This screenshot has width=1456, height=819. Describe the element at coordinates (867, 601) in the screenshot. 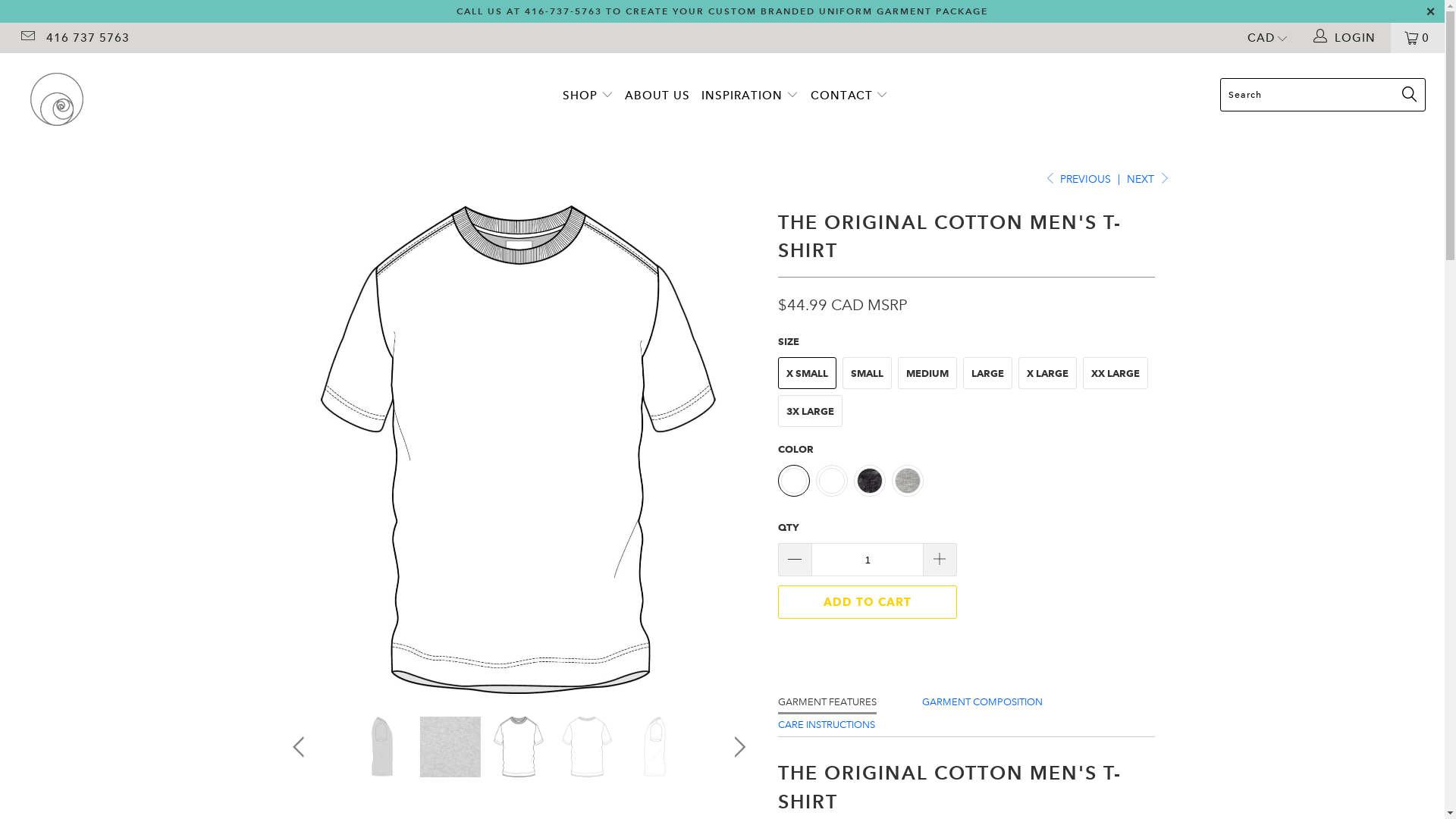

I see `'ADD TO CART'` at that location.